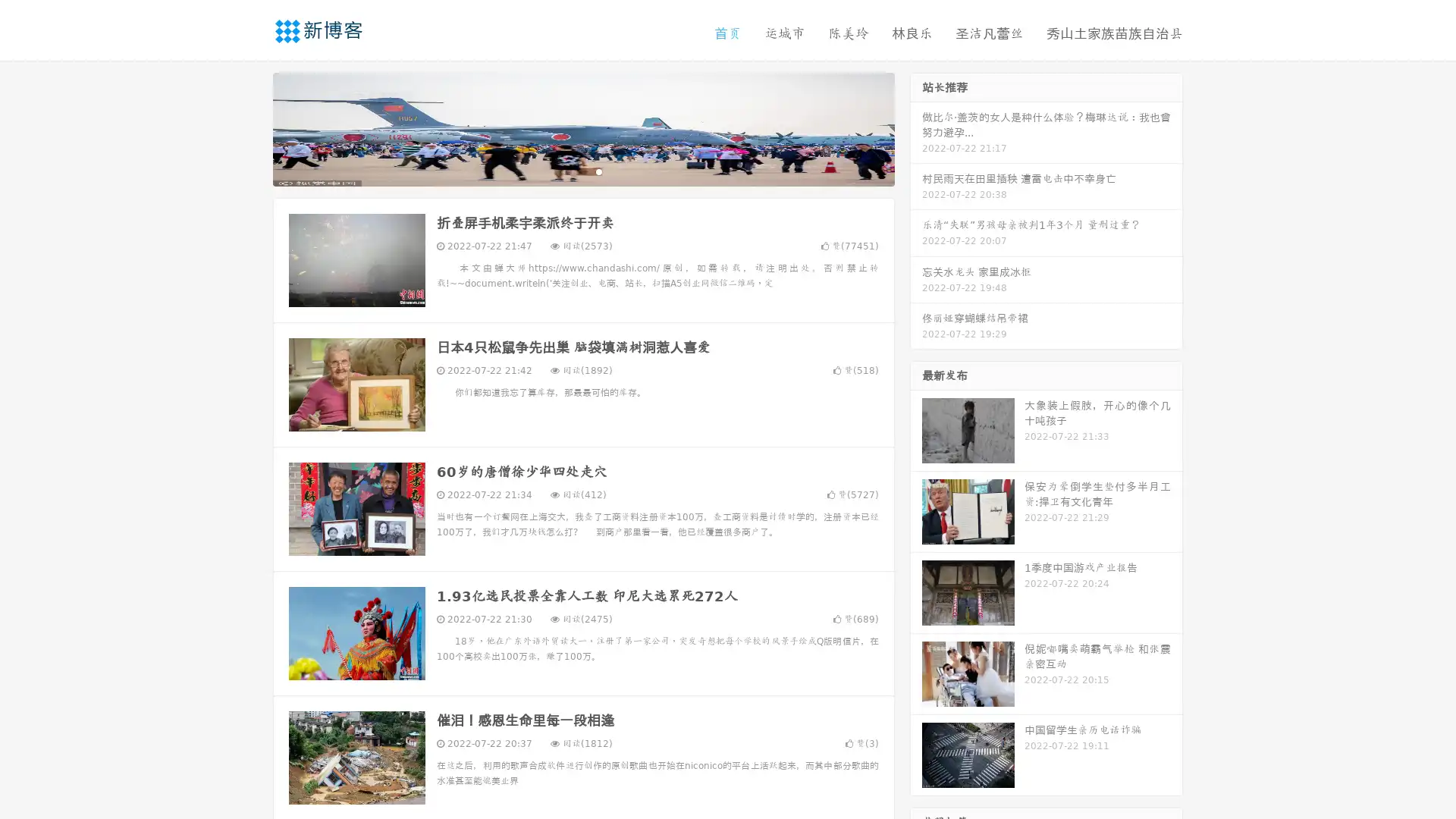 The height and width of the screenshot is (819, 1456). What do you see at coordinates (598, 171) in the screenshot?
I see `Go to slide 3` at bounding box center [598, 171].